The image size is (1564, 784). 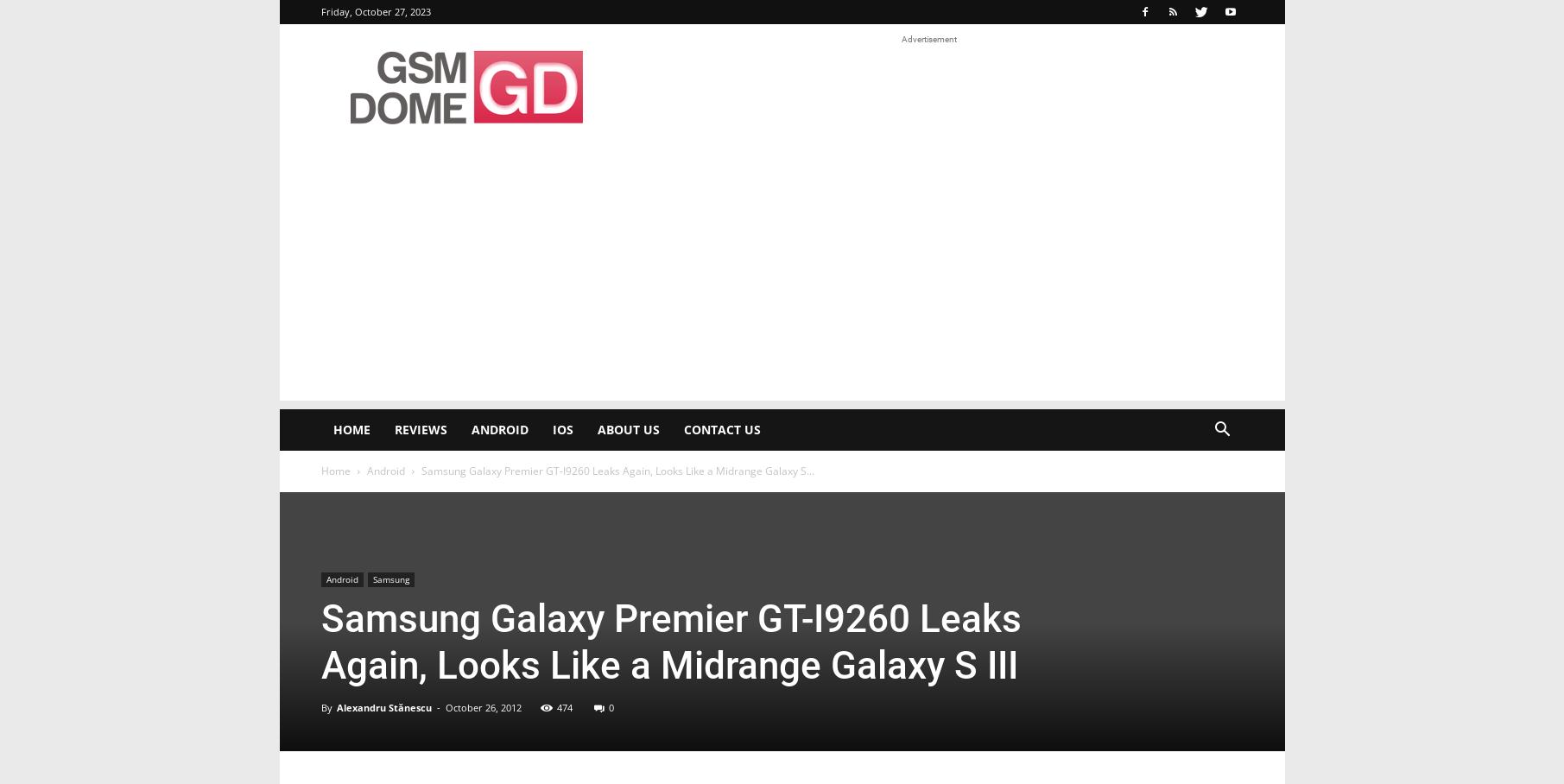 What do you see at coordinates (390, 579) in the screenshot?
I see `'Samsung'` at bounding box center [390, 579].